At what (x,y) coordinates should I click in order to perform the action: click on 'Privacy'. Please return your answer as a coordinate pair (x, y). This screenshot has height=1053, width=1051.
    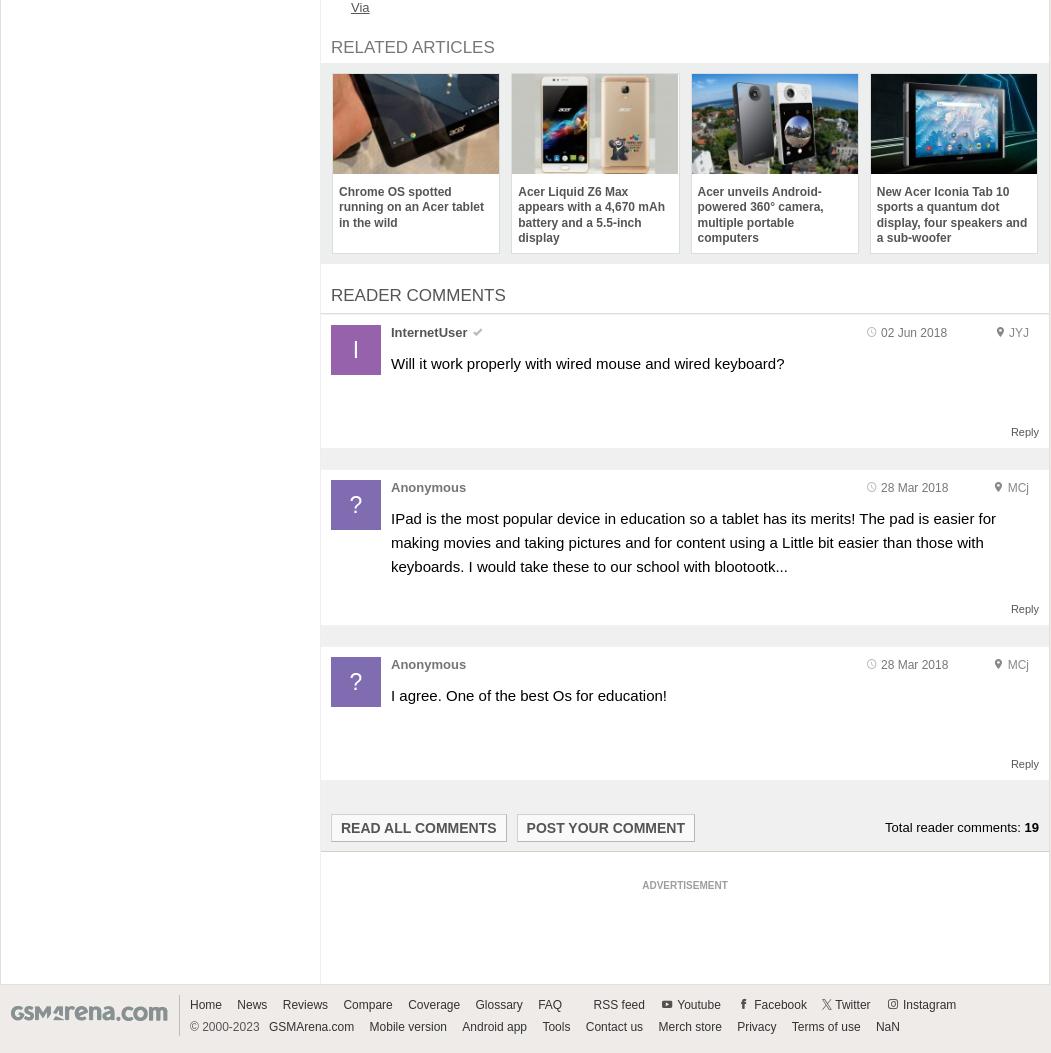
    Looking at the image, I should click on (756, 1025).